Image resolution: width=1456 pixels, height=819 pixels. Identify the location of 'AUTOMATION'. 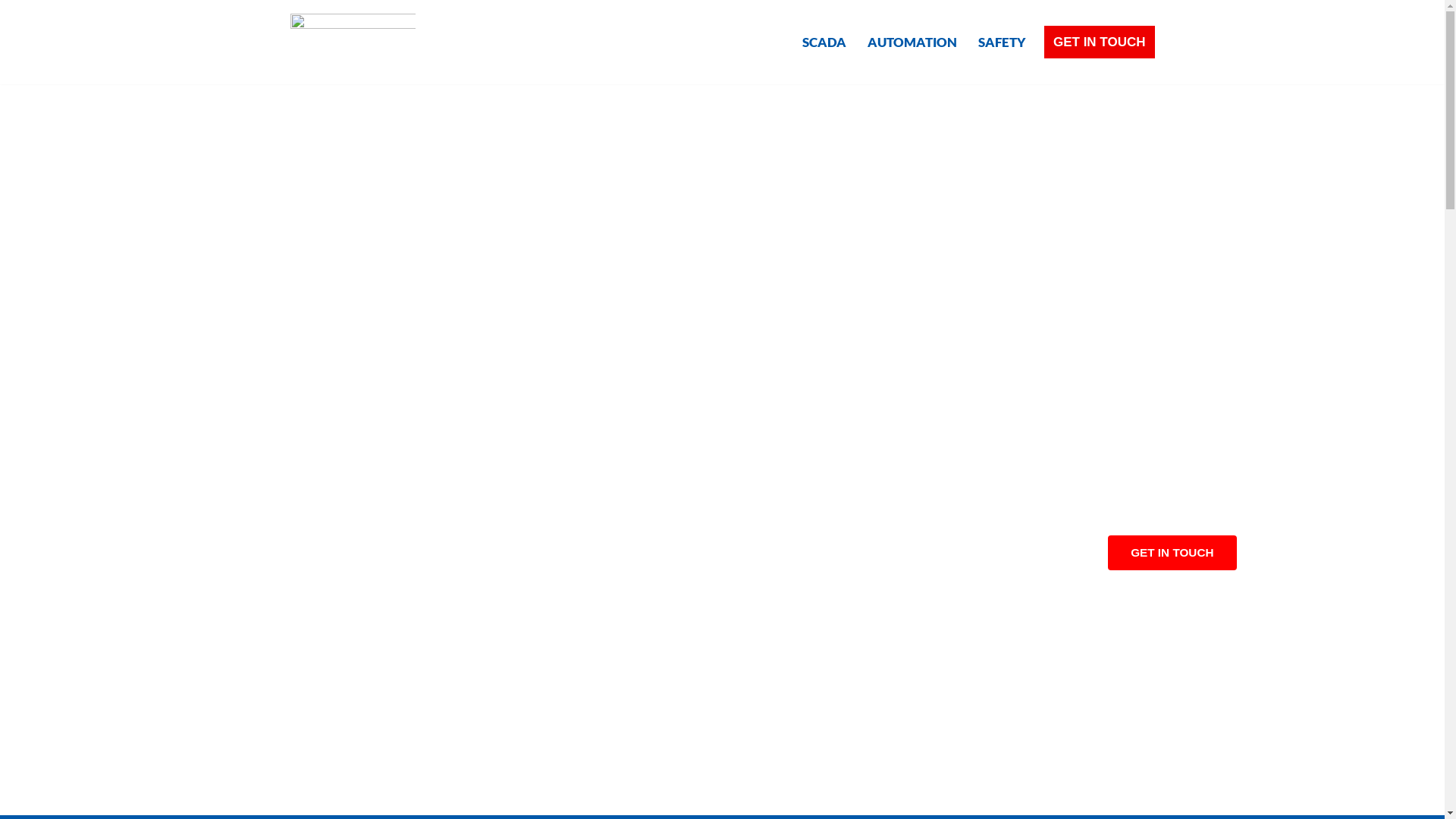
(867, 40).